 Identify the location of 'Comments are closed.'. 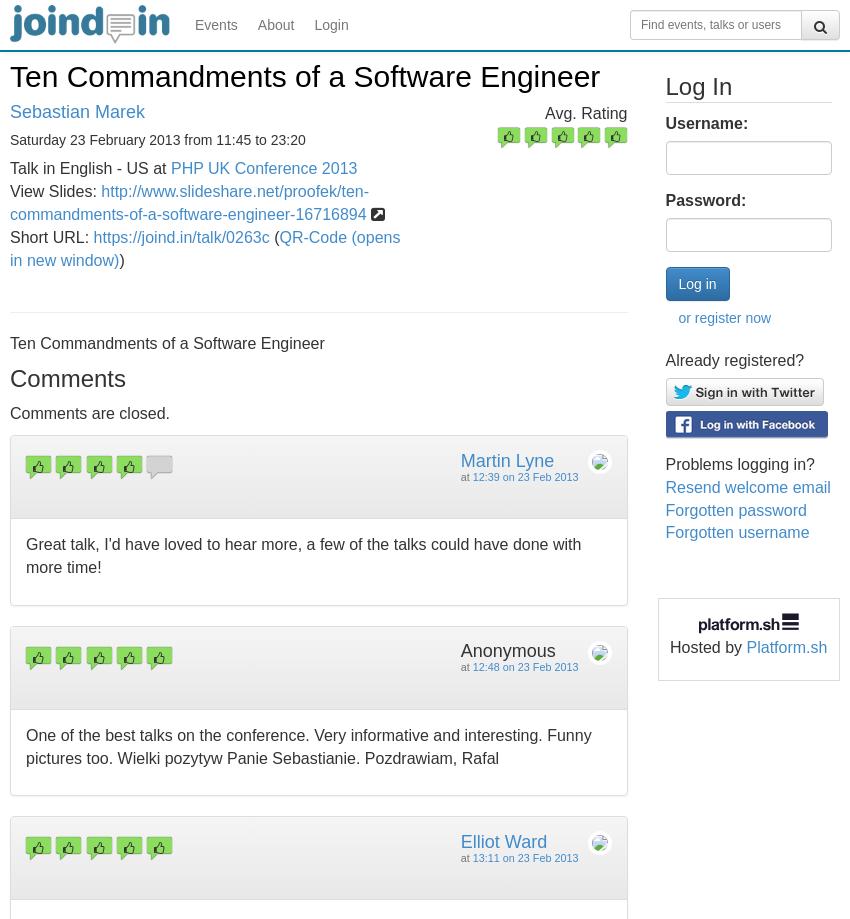
(89, 412).